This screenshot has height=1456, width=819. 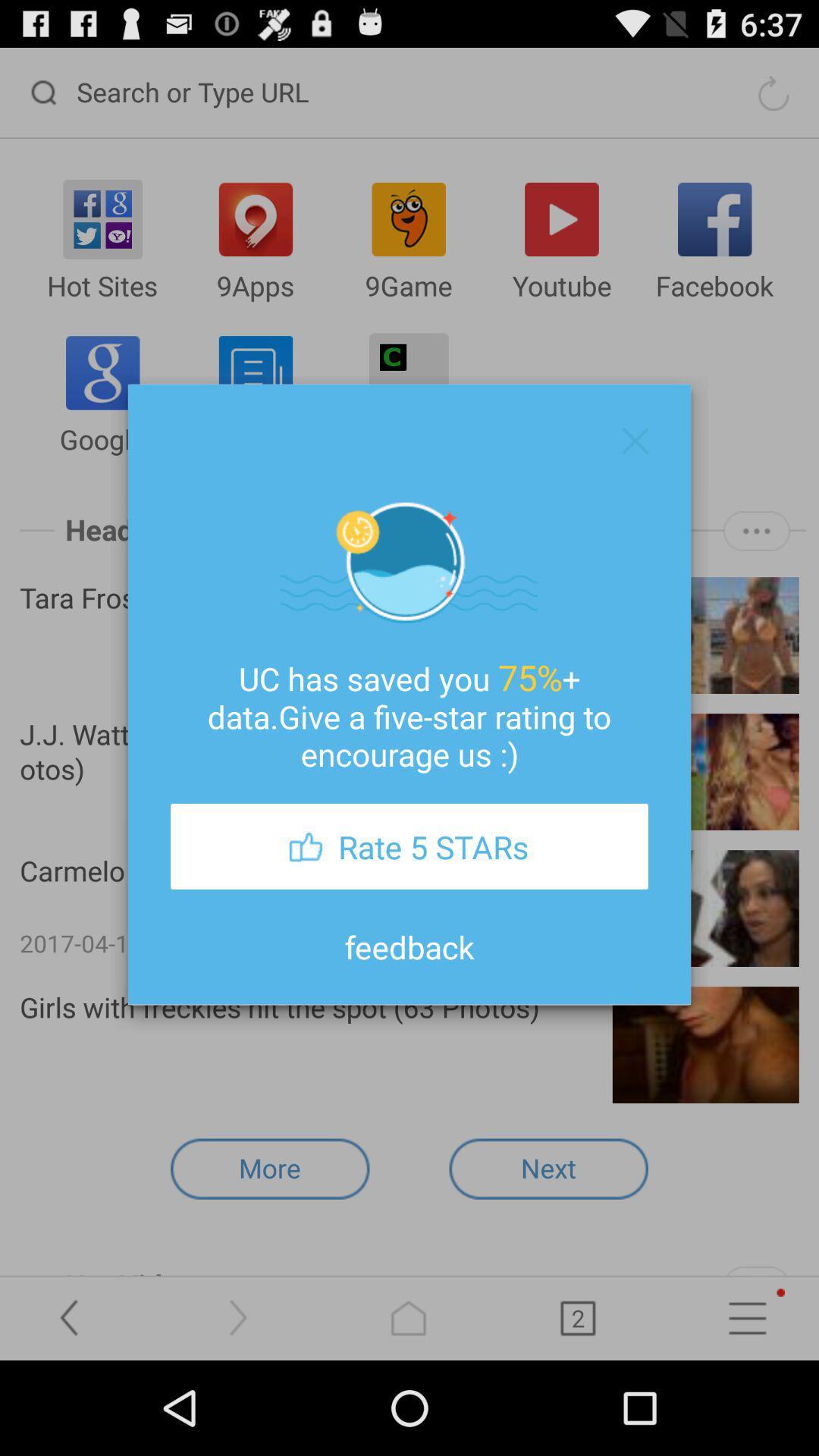 I want to click on the close icon, so click(x=635, y=470).